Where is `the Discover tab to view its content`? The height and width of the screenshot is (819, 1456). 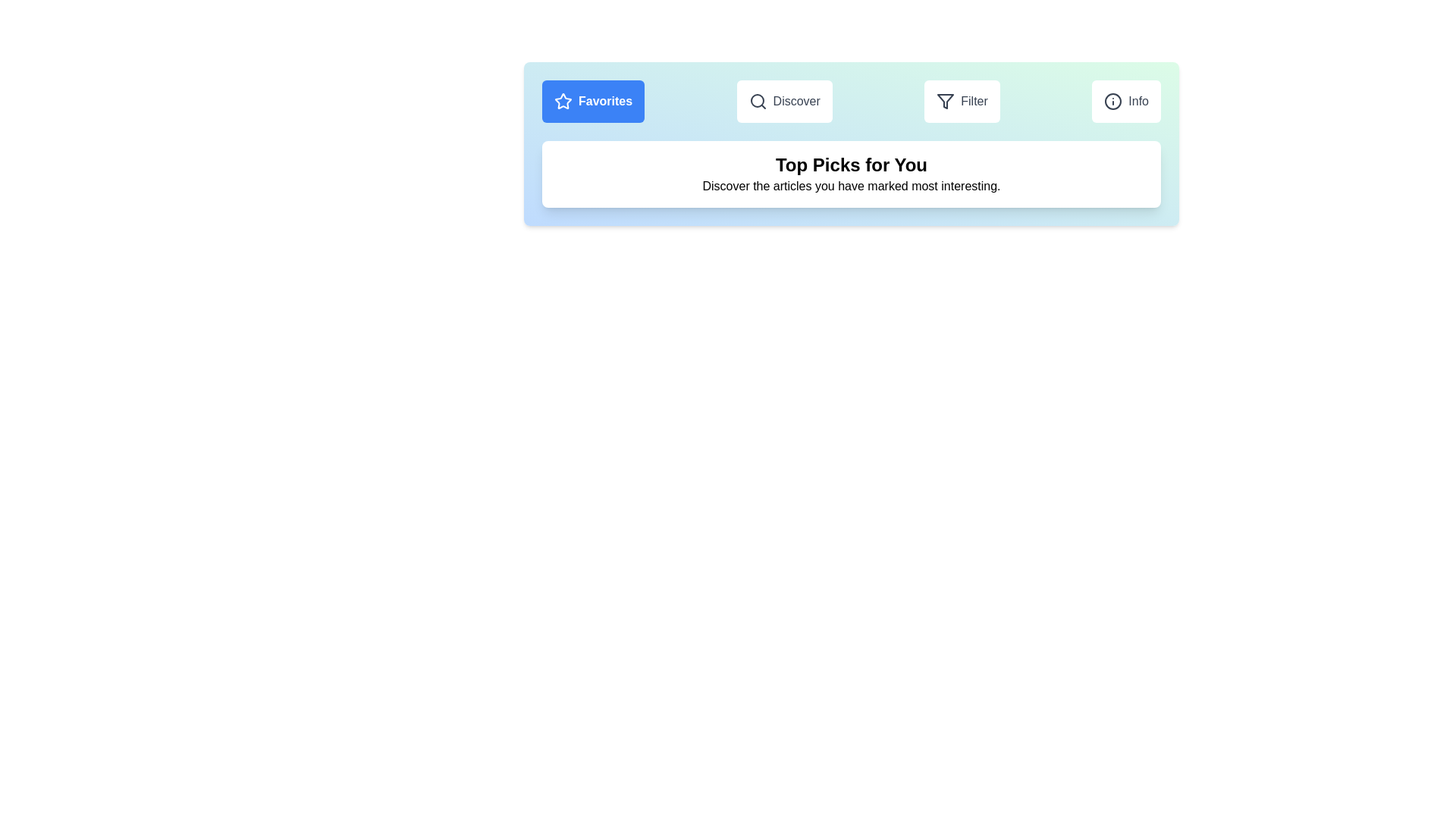 the Discover tab to view its content is located at coordinates (784, 102).